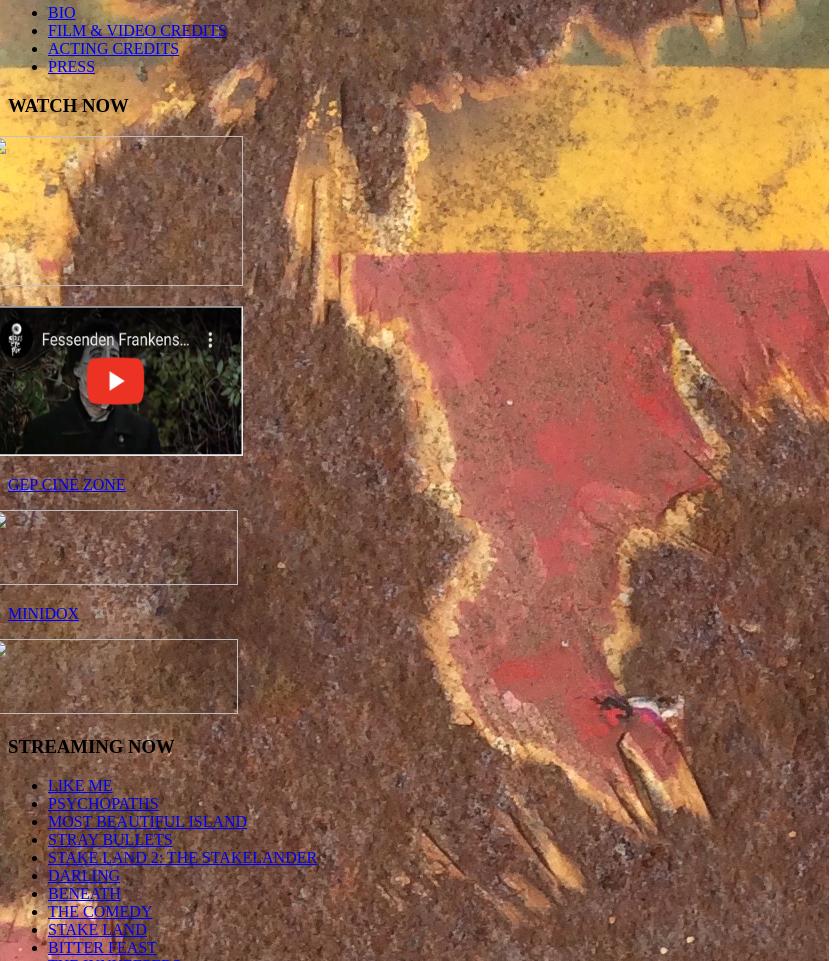 The width and height of the screenshot is (832, 961). Describe the element at coordinates (79, 784) in the screenshot. I see `'LIKE ME'` at that location.